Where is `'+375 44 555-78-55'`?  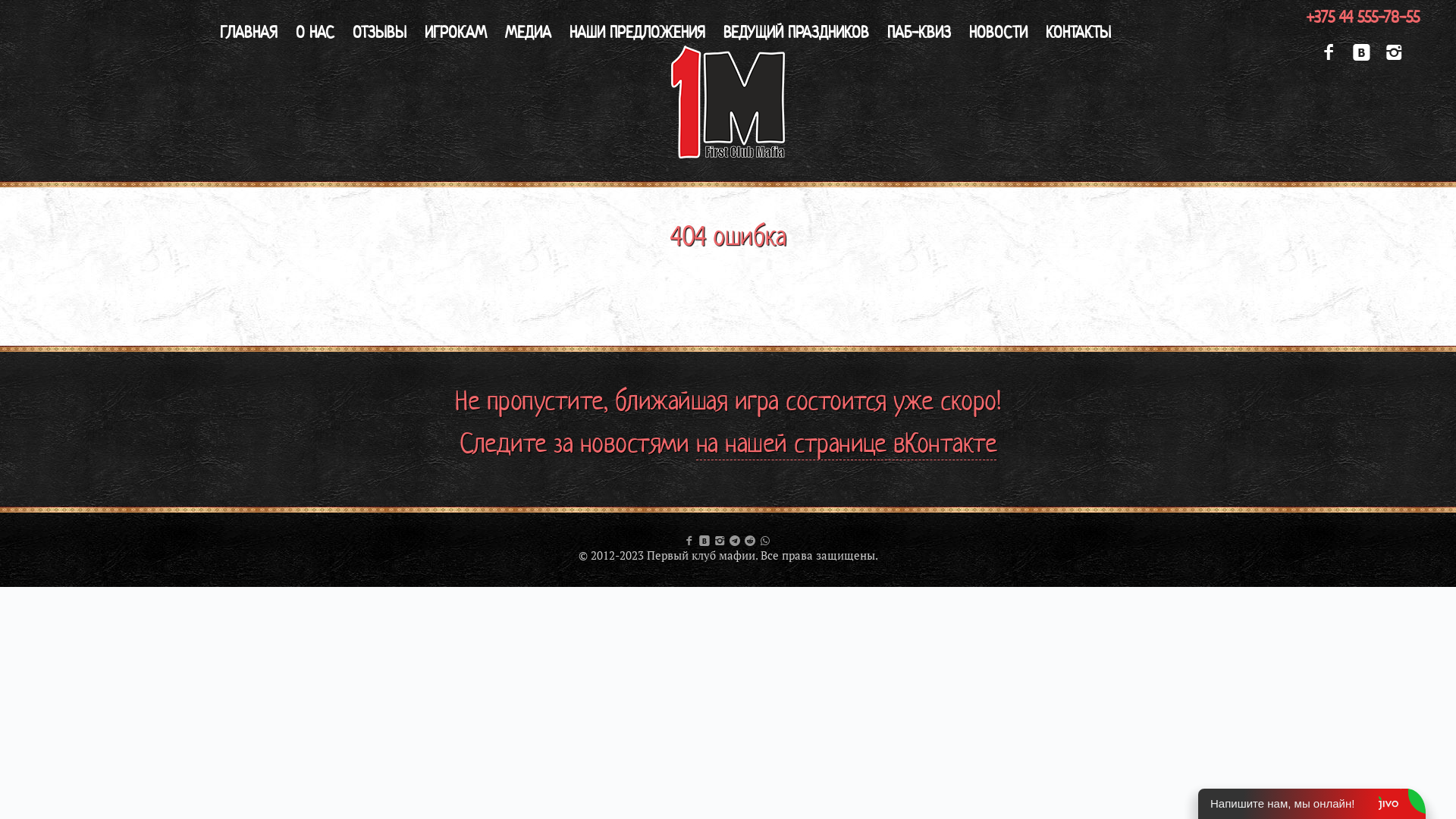
'+375 44 555-78-55' is located at coordinates (1306, 17).